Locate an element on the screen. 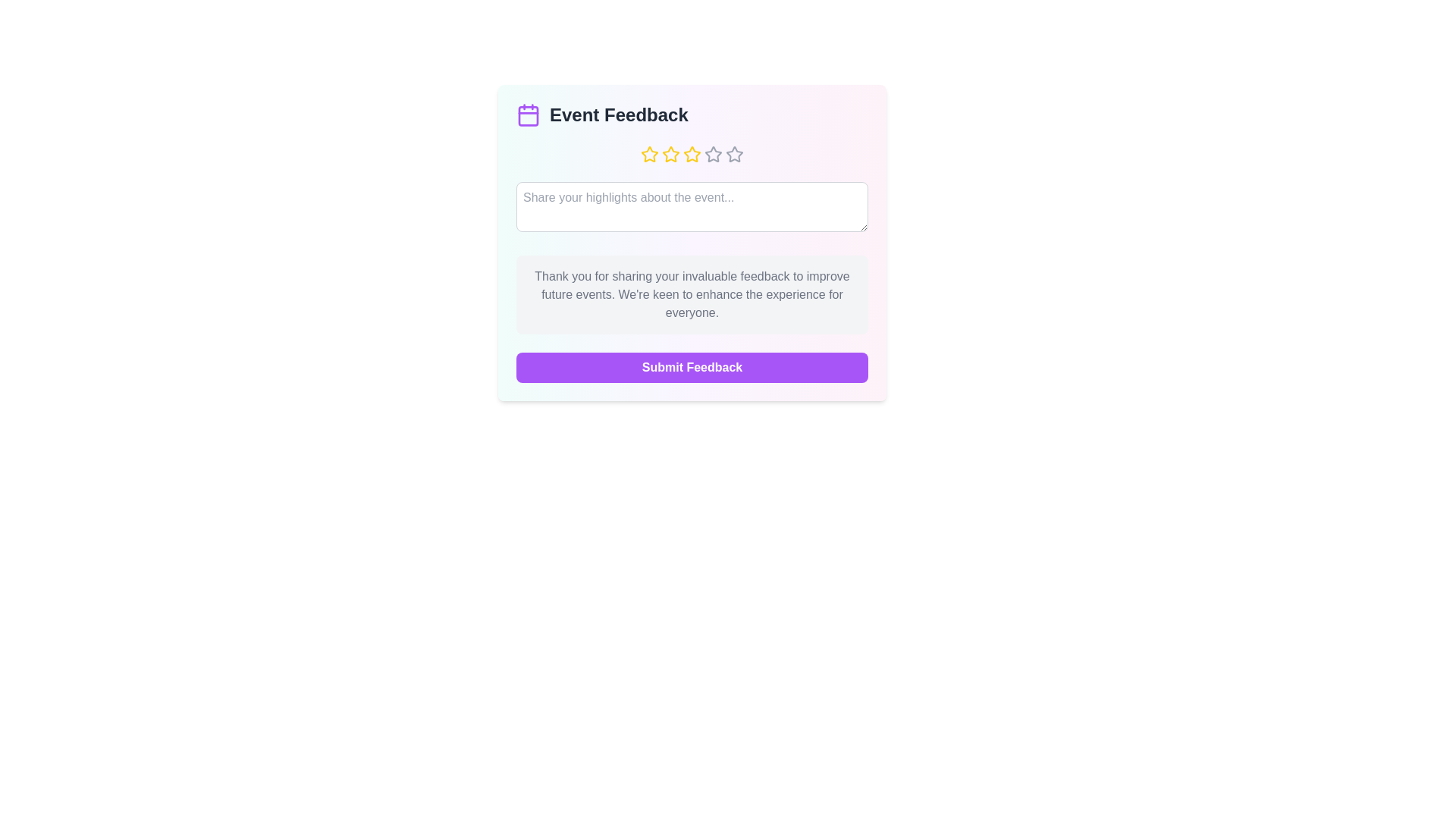 This screenshot has height=819, width=1456. the event rating to 5 stars by clicking on the corresponding star is located at coordinates (735, 155).